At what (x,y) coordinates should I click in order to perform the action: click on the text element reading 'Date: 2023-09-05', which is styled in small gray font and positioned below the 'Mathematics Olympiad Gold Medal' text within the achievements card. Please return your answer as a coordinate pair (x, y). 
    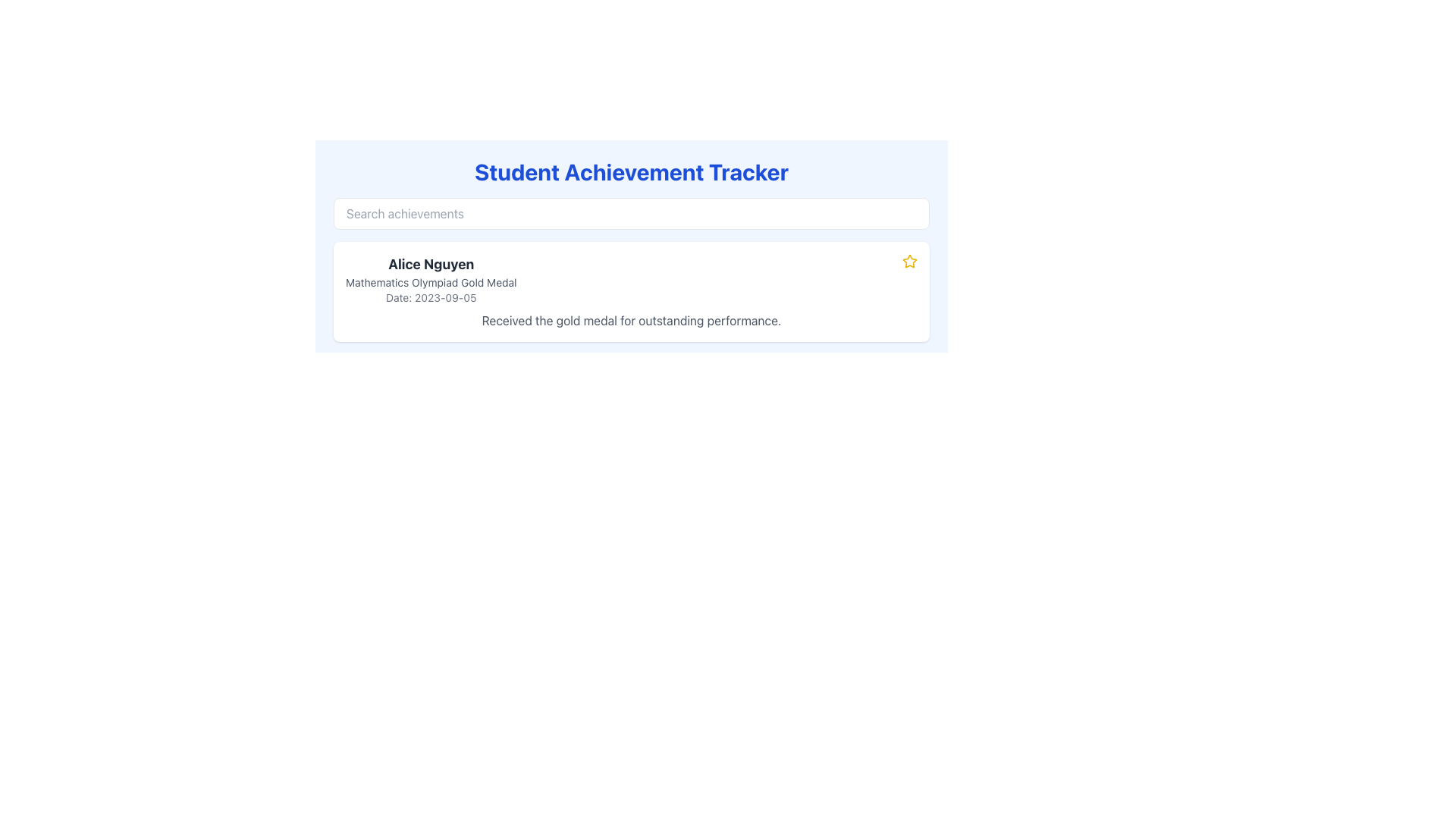
    Looking at the image, I should click on (430, 298).